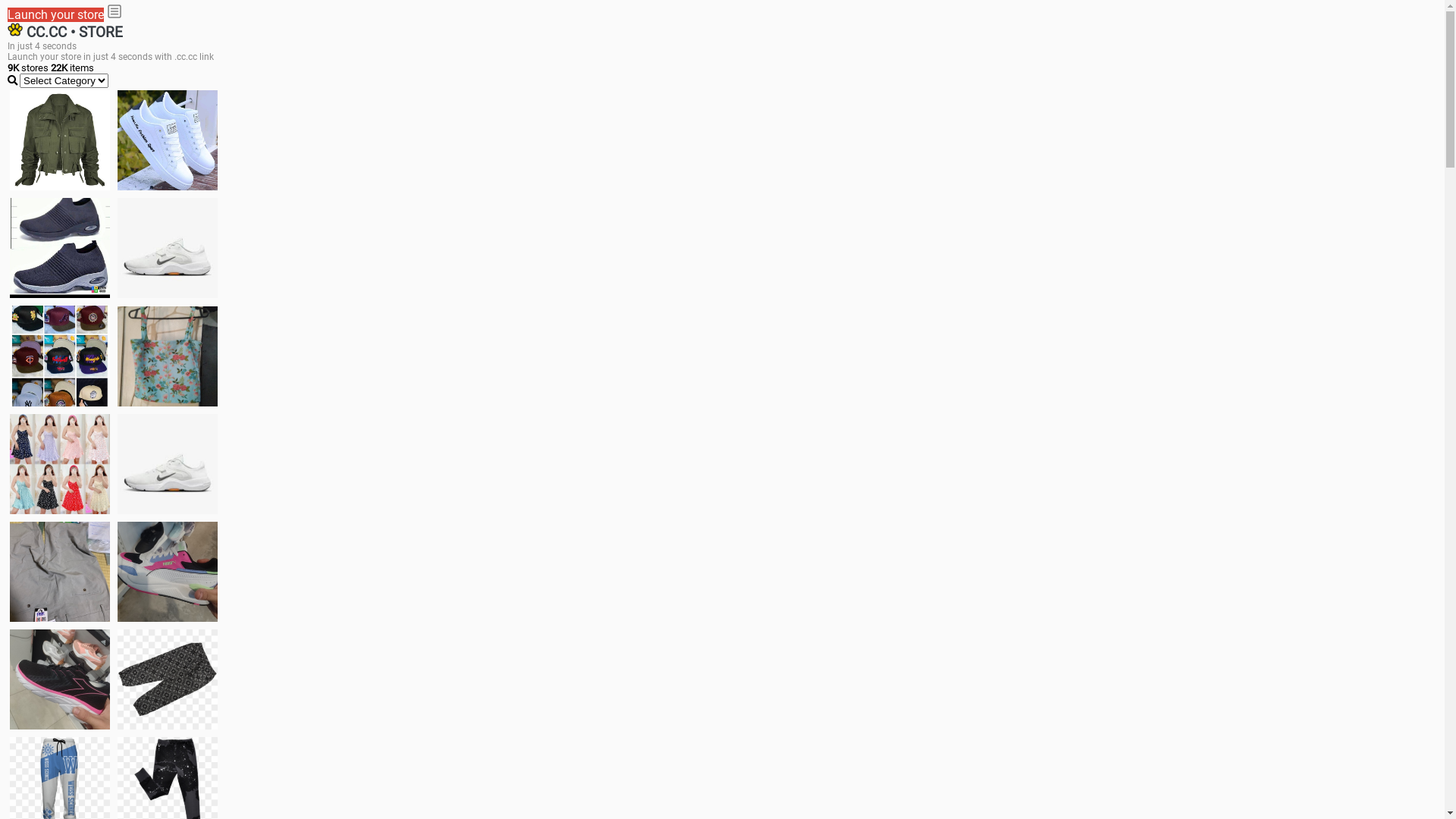  I want to click on 'Dress/square nect top', so click(59, 463).